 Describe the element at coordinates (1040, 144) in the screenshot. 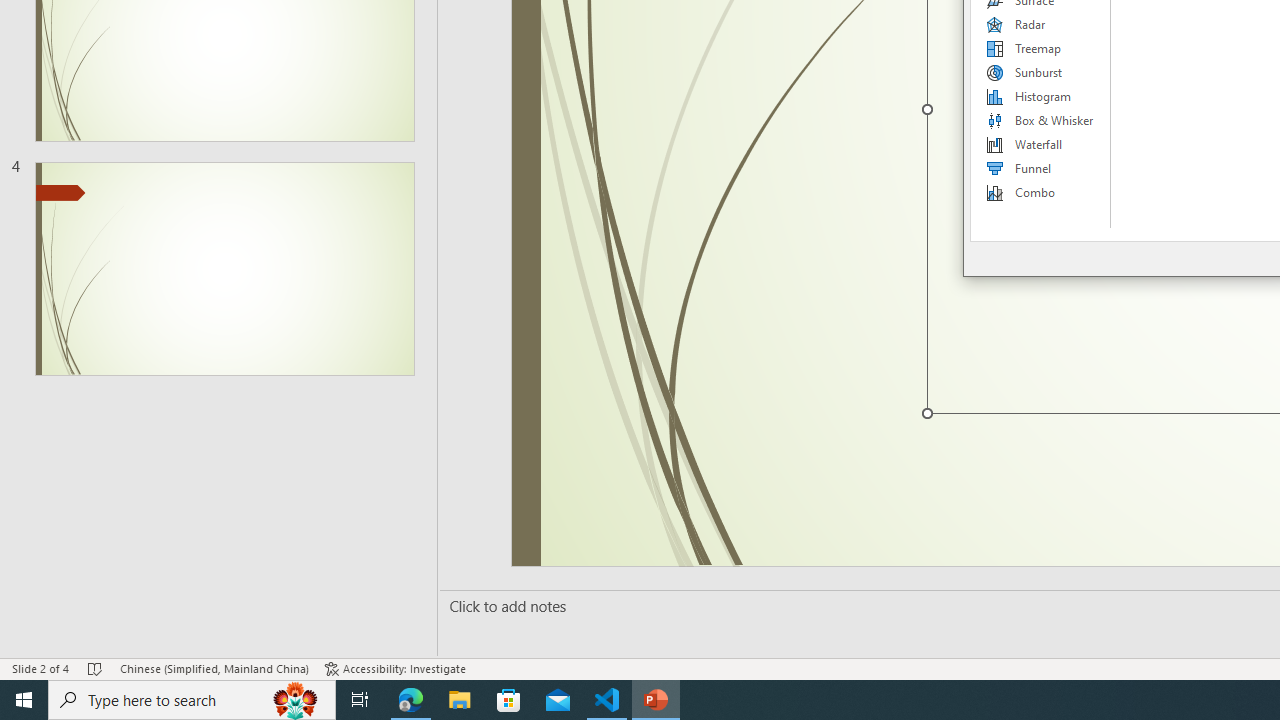

I see `'Waterfall'` at that location.